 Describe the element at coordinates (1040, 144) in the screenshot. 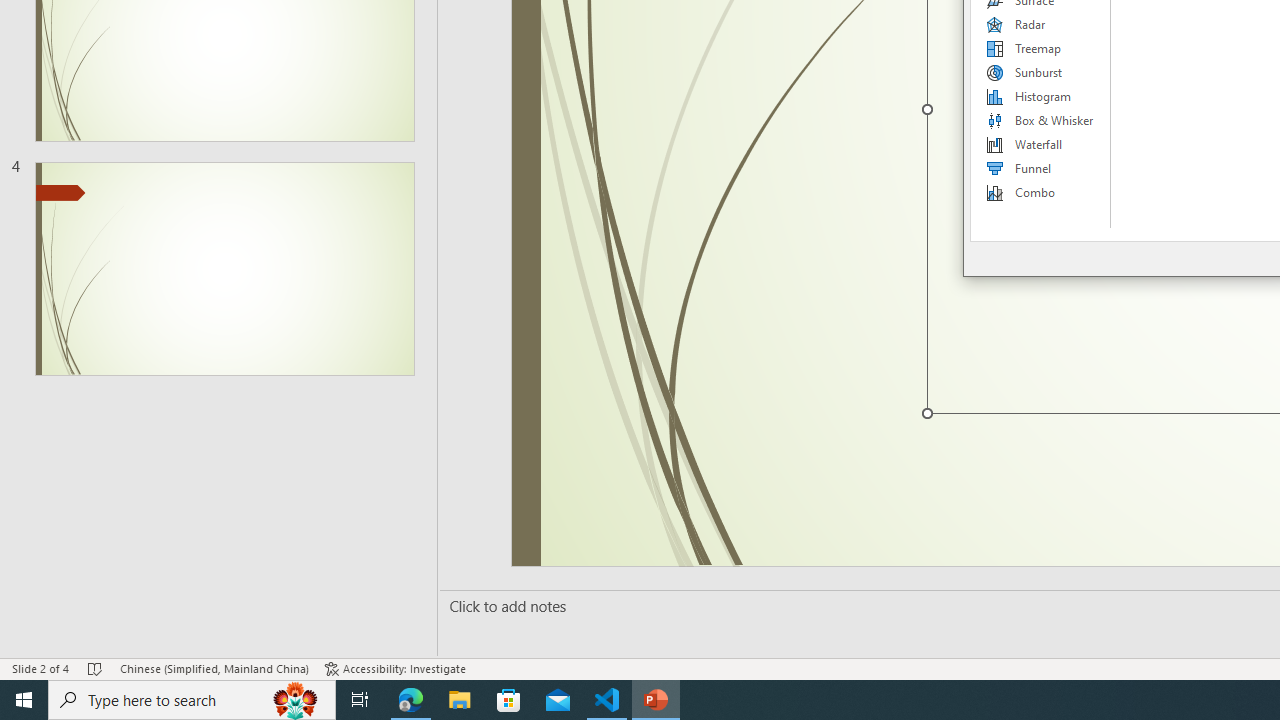

I see `'Waterfall'` at that location.